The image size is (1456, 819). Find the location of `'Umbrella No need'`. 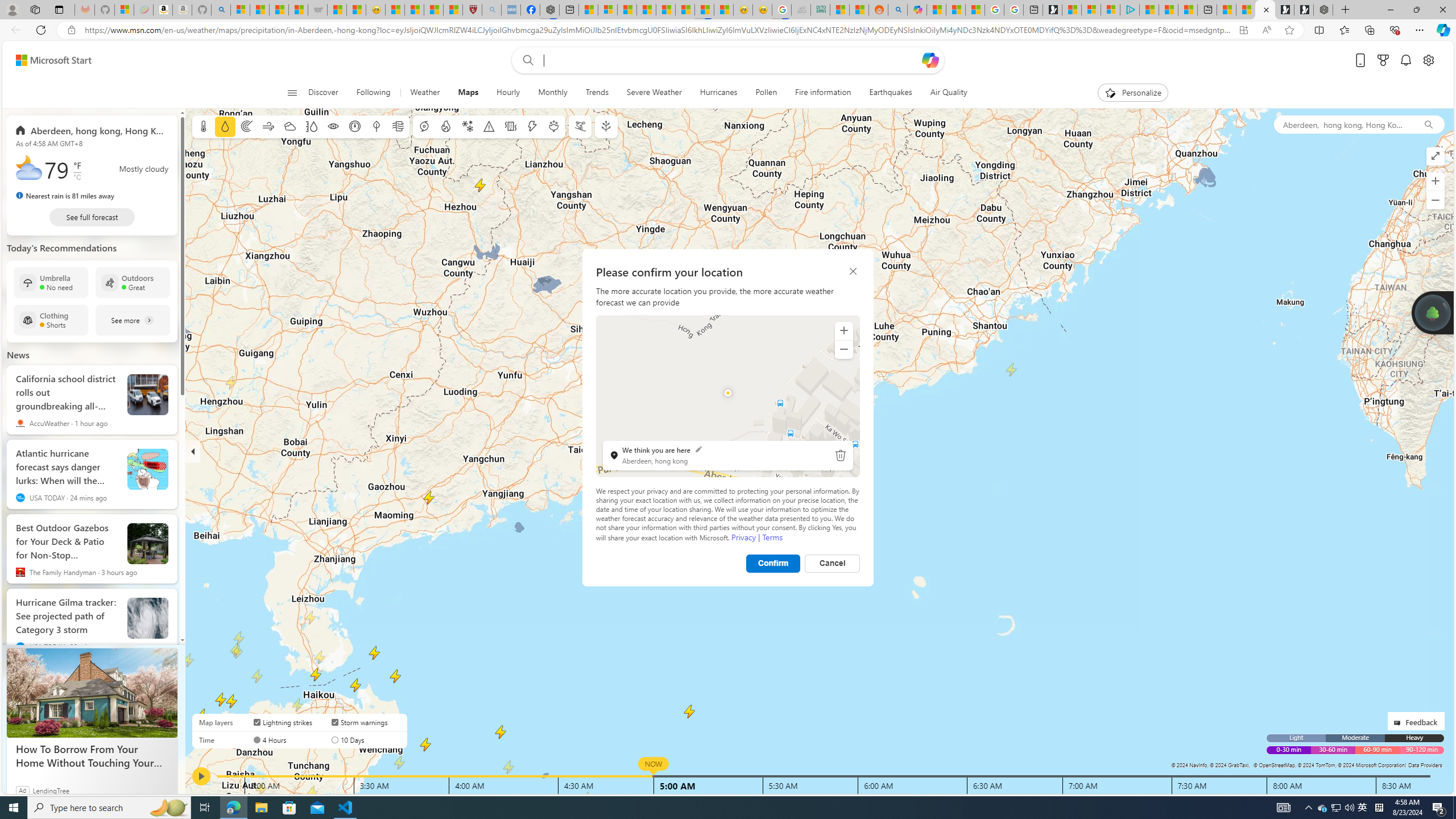

'Umbrella No need' is located at coordinates (51, 282).